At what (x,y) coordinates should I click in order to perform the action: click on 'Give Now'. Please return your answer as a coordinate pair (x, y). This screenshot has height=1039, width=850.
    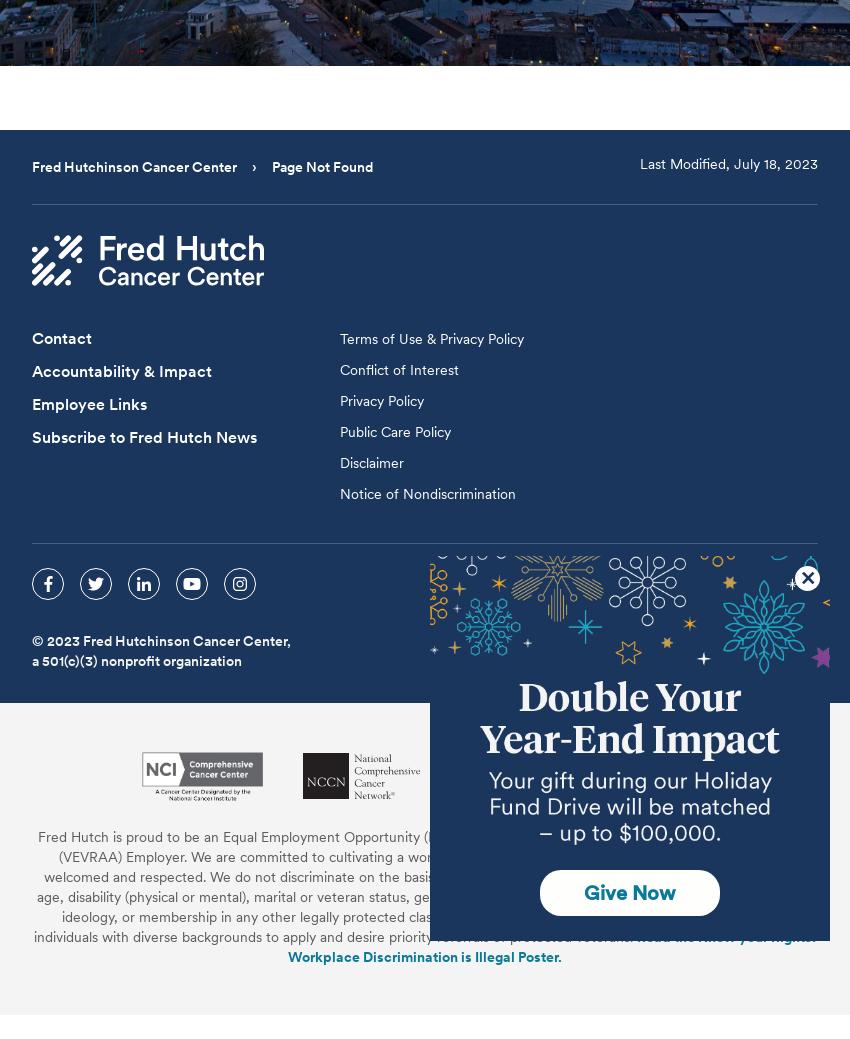
    Looking at the image, I should click on (629, 893).